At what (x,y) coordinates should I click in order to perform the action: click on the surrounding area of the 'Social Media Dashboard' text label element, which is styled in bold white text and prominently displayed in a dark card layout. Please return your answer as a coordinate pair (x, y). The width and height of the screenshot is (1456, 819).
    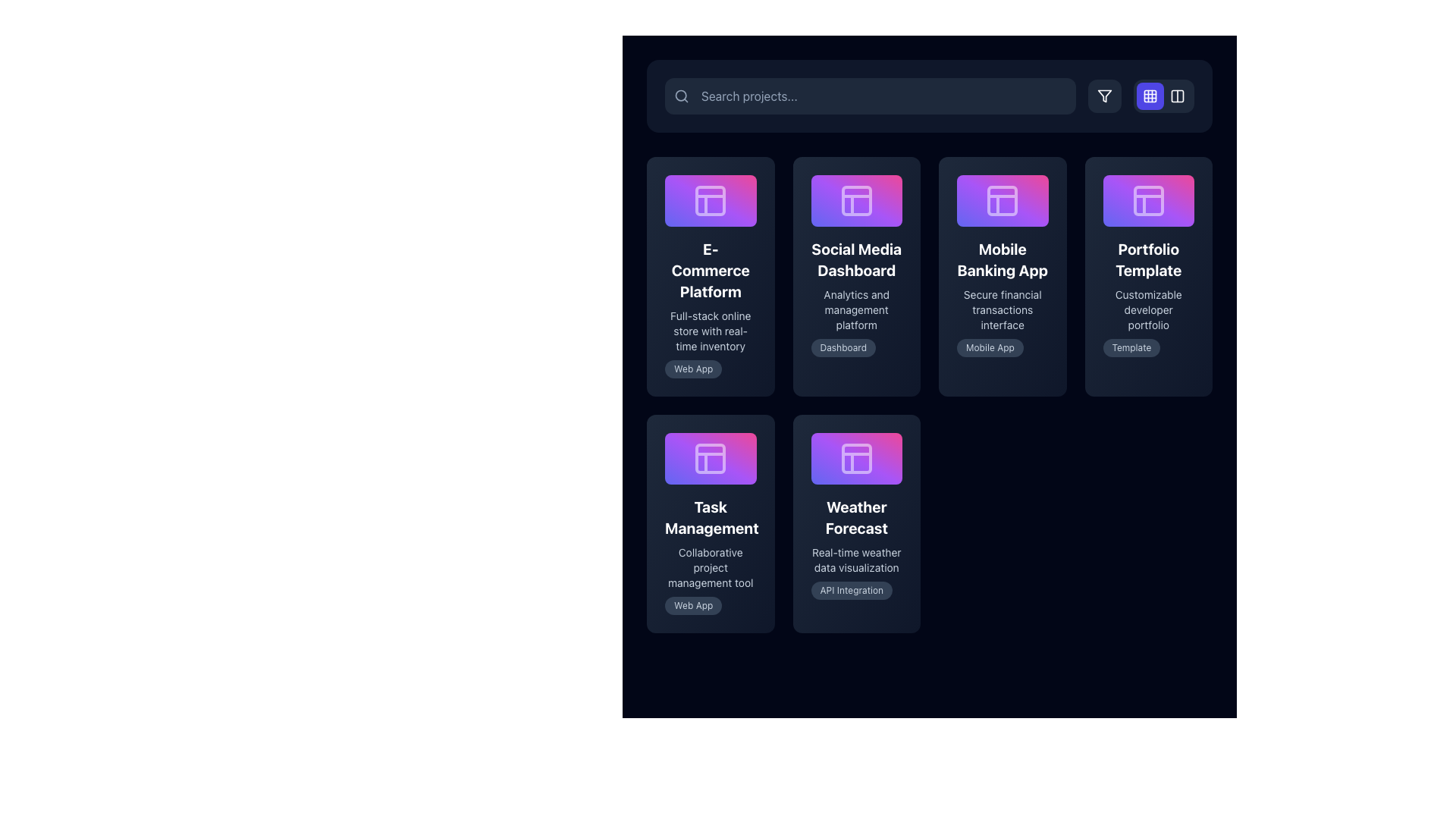
    Looking at the image, I should click on (856, 259).